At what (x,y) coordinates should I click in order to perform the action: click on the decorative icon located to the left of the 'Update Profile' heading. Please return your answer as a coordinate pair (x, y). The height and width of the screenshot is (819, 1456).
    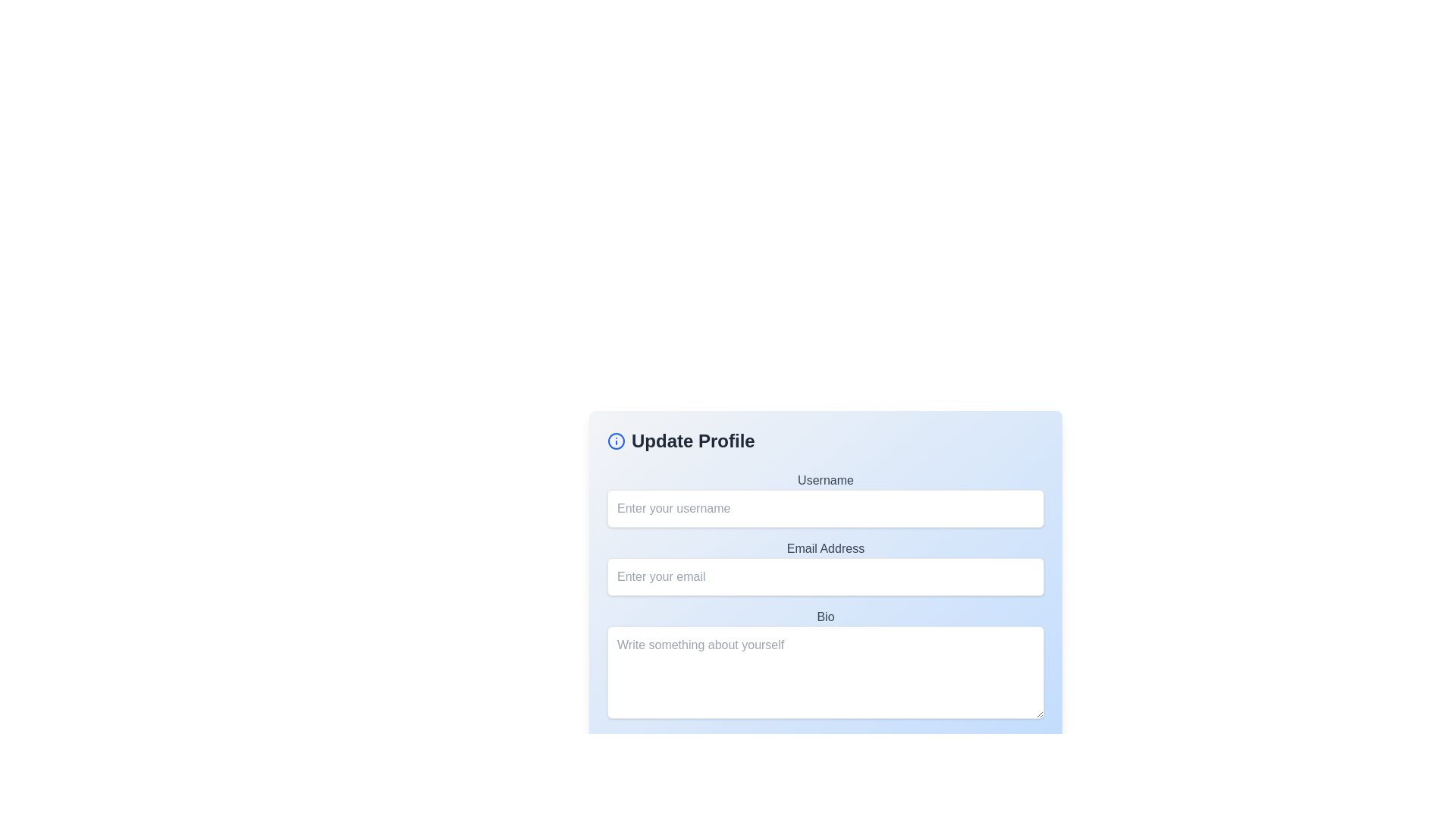
    Looking at the image, I should click on (616, 441).